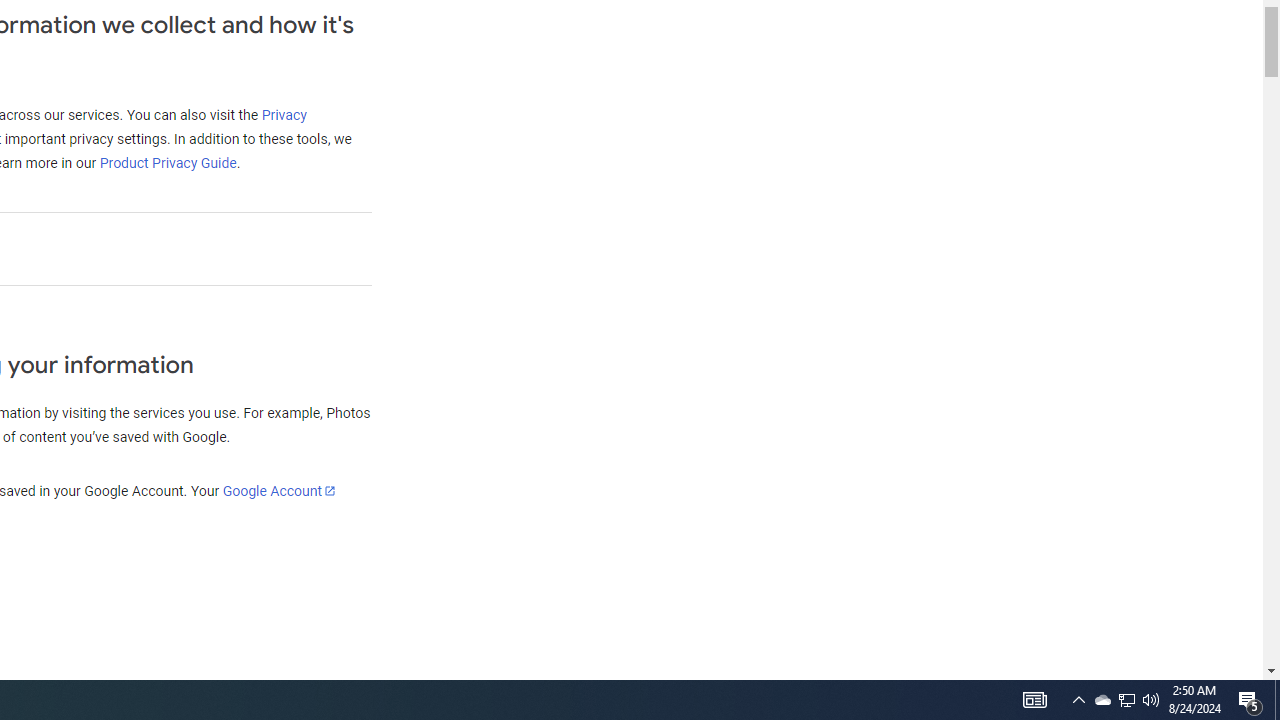 The height and width of the screenshot is (720, 1280). What do you see at coordinates (167, 162) in the screenshot?
I see `'Product Privacy Guide'` at bounding box center [167, 162].